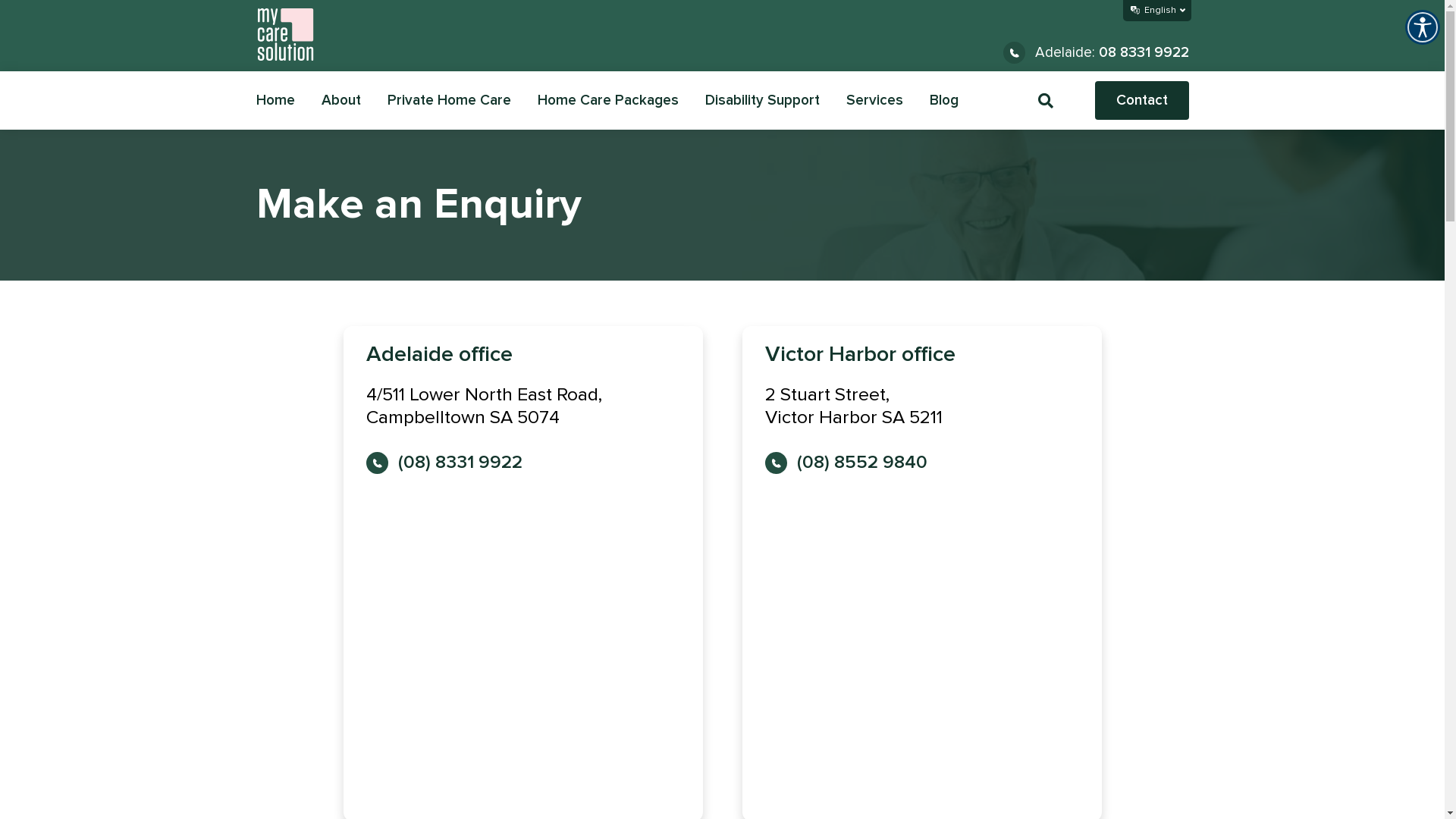 The image size is (1456, 819). Describe the element at coordinates (275, 100) in the screenshot. I see `'Home'` at that location.